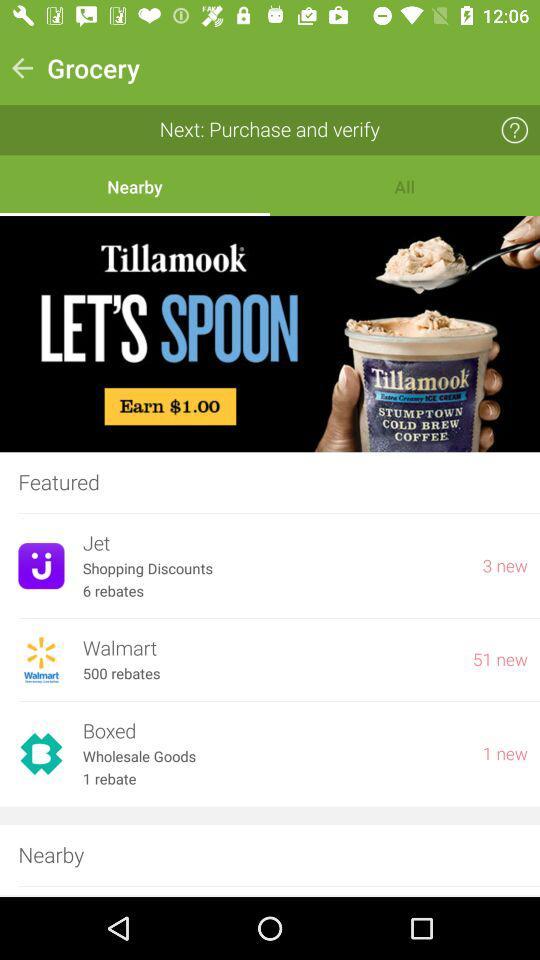 This screenshot has width=540, height=960. Describe the element at coordinates (272, 730) in the screenshot. I see `icon below 500 rebates item` at that location.